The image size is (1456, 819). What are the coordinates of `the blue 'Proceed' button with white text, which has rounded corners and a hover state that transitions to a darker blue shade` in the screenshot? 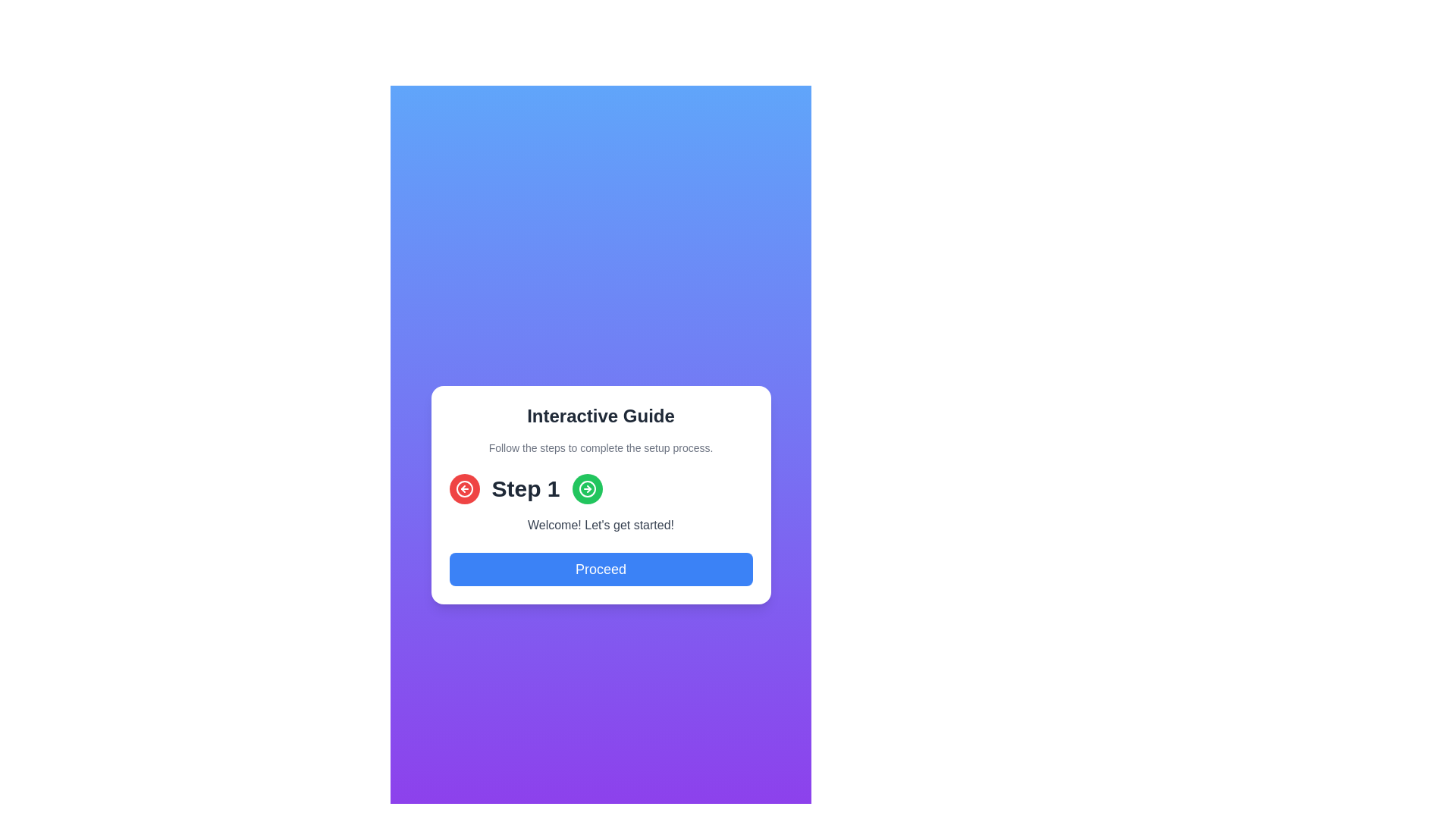 It's located at (600, 570).